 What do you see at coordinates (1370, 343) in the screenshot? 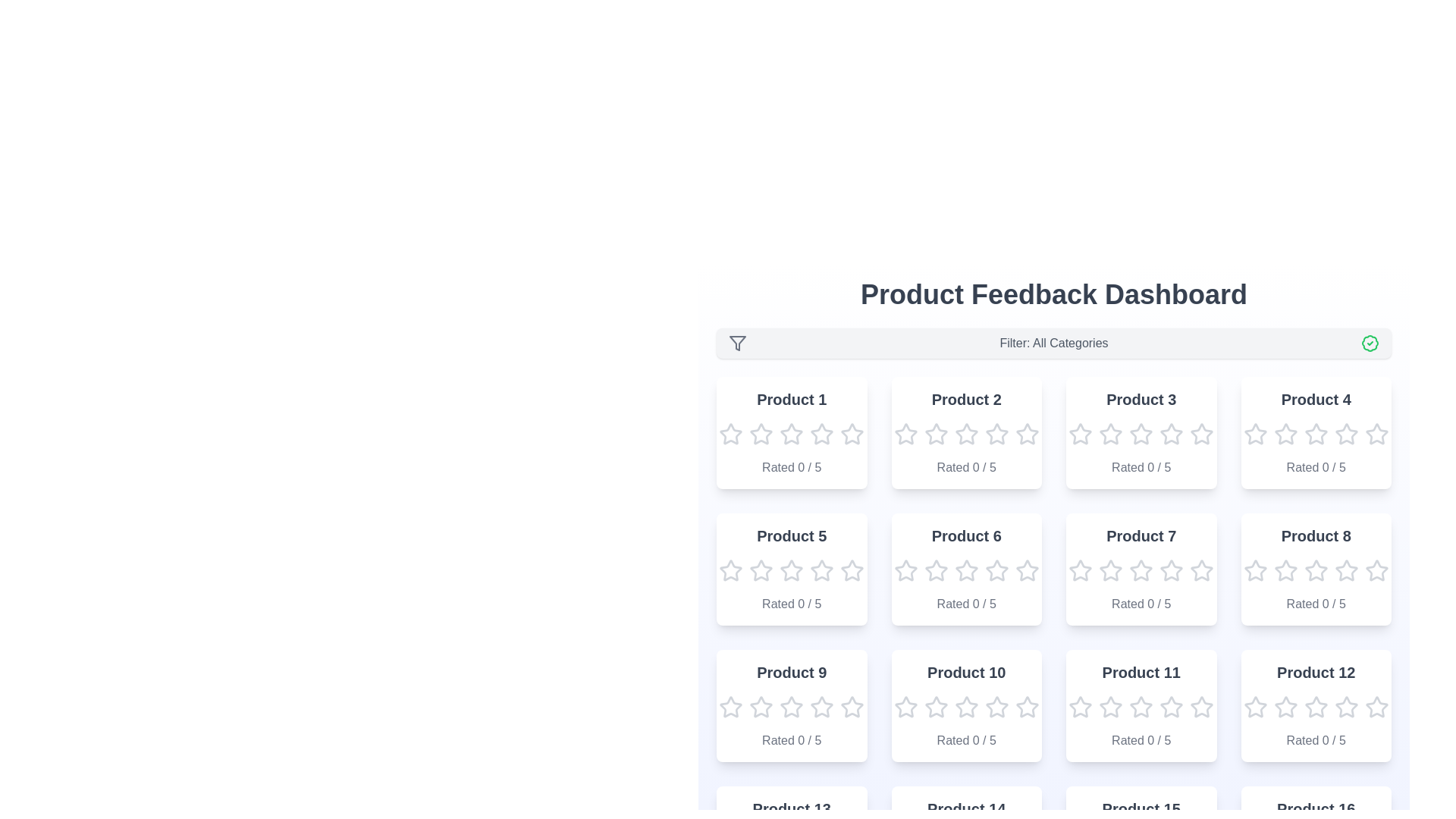
I see `badge icon to confirm filter application` at bounding box center [1370, 343].